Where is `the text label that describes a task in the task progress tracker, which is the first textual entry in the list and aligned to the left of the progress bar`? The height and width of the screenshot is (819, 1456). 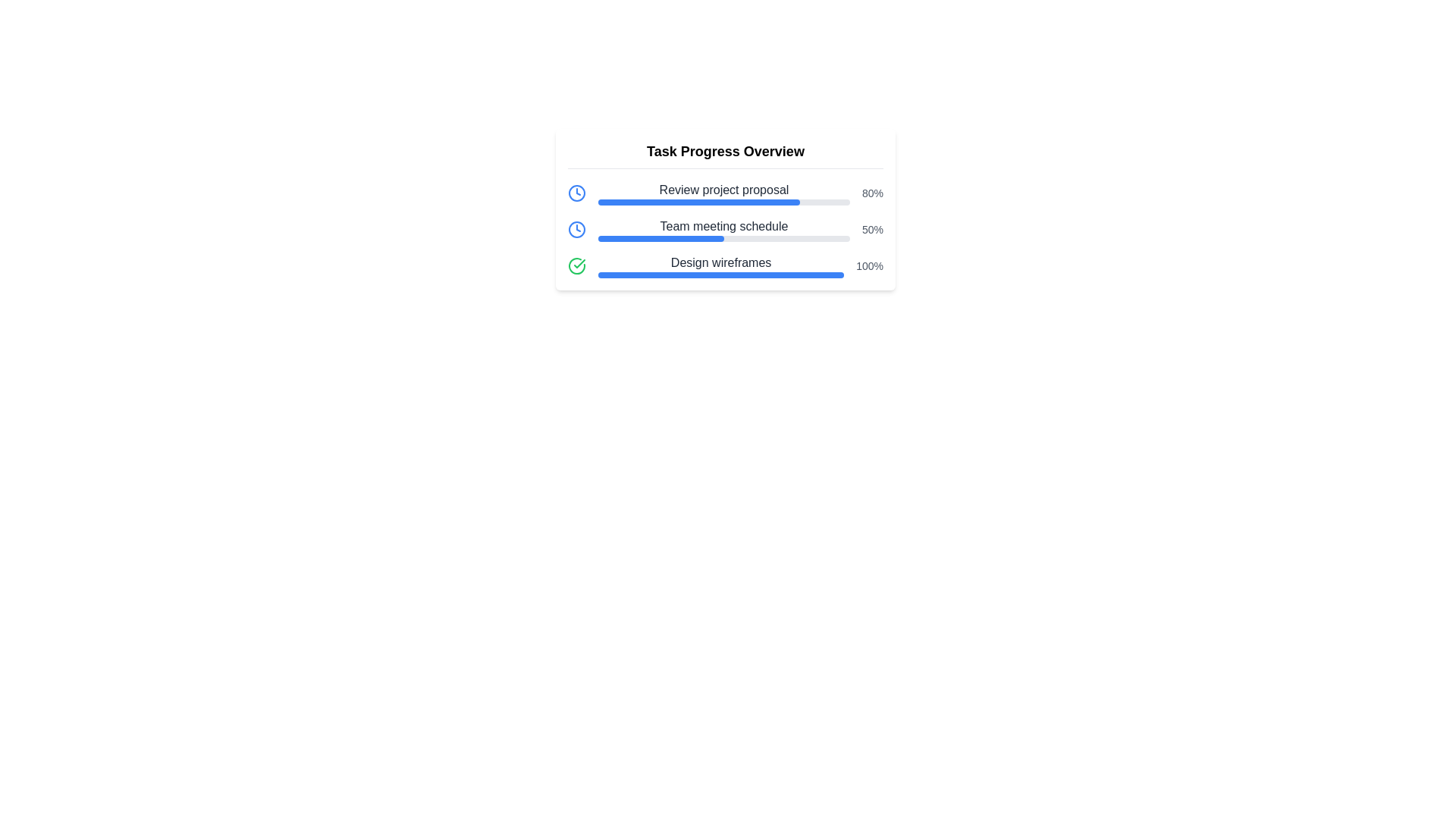
the text label that describes a task in the task progress tracker, which is the first textual entry in the list and aligned to the left of the progress bar is located at coordinates (723, 189).